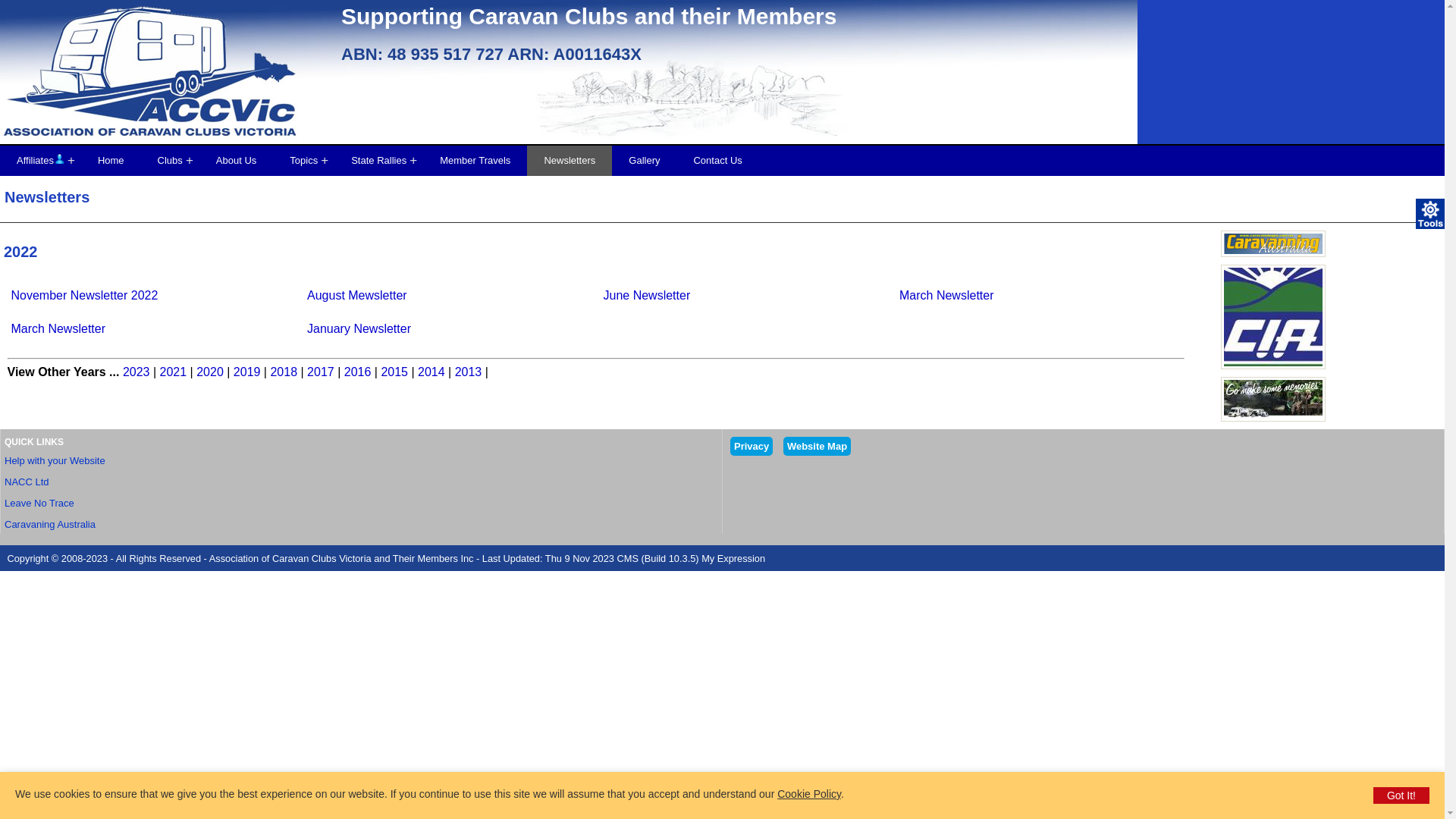  I want to click on '2018', so click(284, 372).